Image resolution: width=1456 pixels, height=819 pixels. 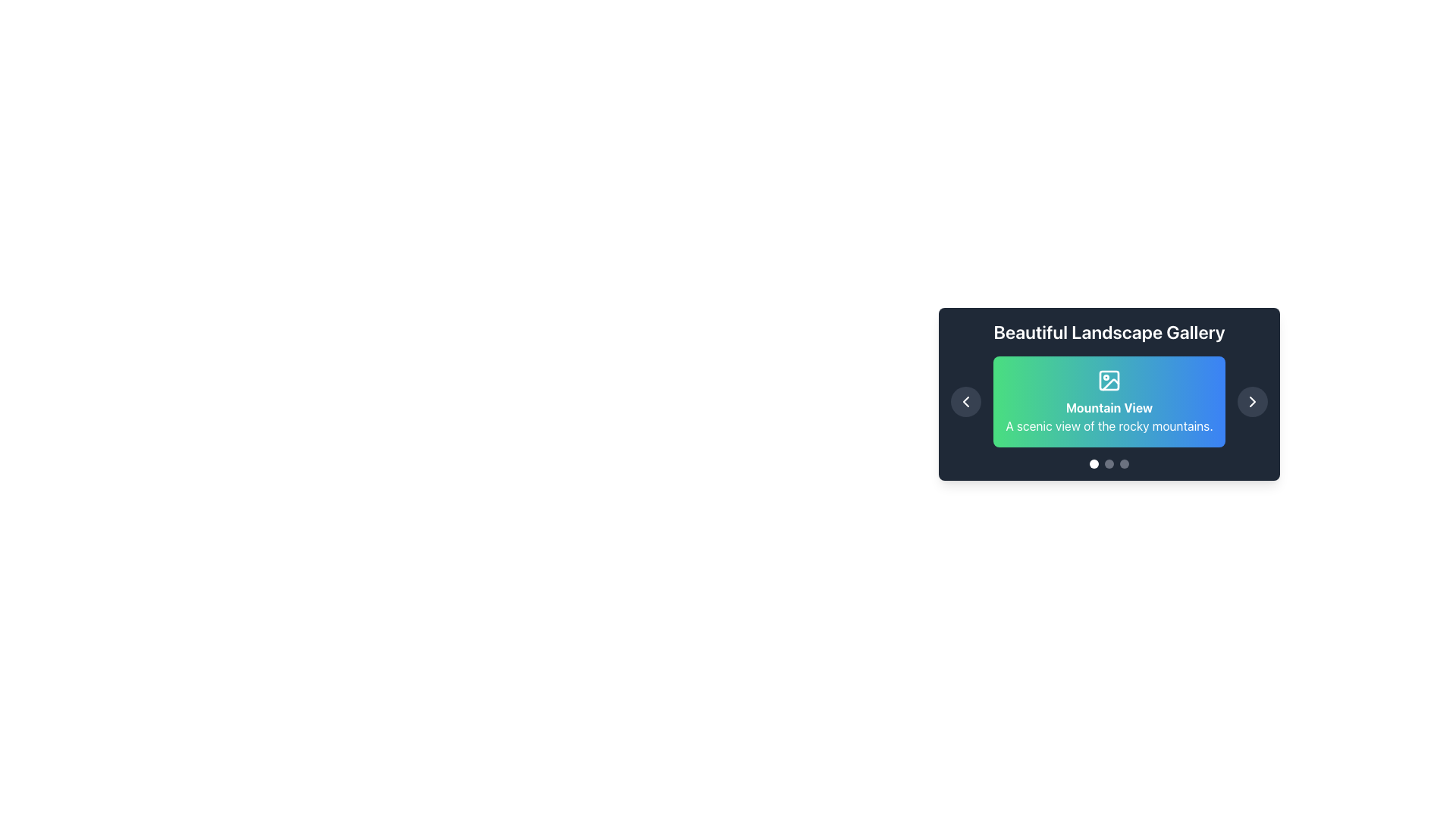 What do you see at coordinates (1109, 331) in the screenshot?
I see `the 'Beautiful Landscape Gallery' text header, which is prominently styled in bold and large font, centrally aligned on a dark background` at bounding box center [1109, 331].